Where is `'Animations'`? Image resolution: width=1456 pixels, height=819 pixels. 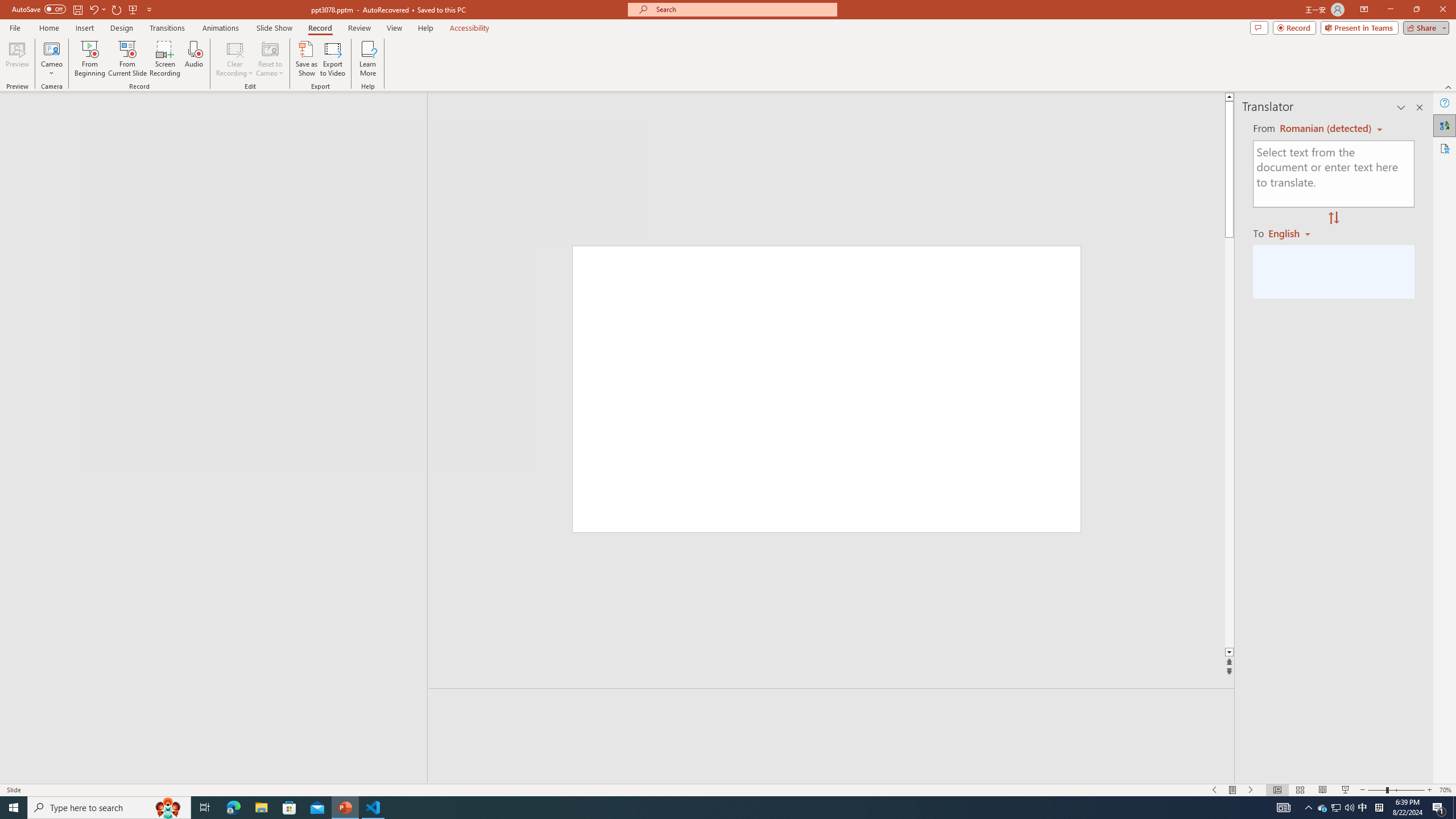 'Animations' is located at coordinates (220, 28).